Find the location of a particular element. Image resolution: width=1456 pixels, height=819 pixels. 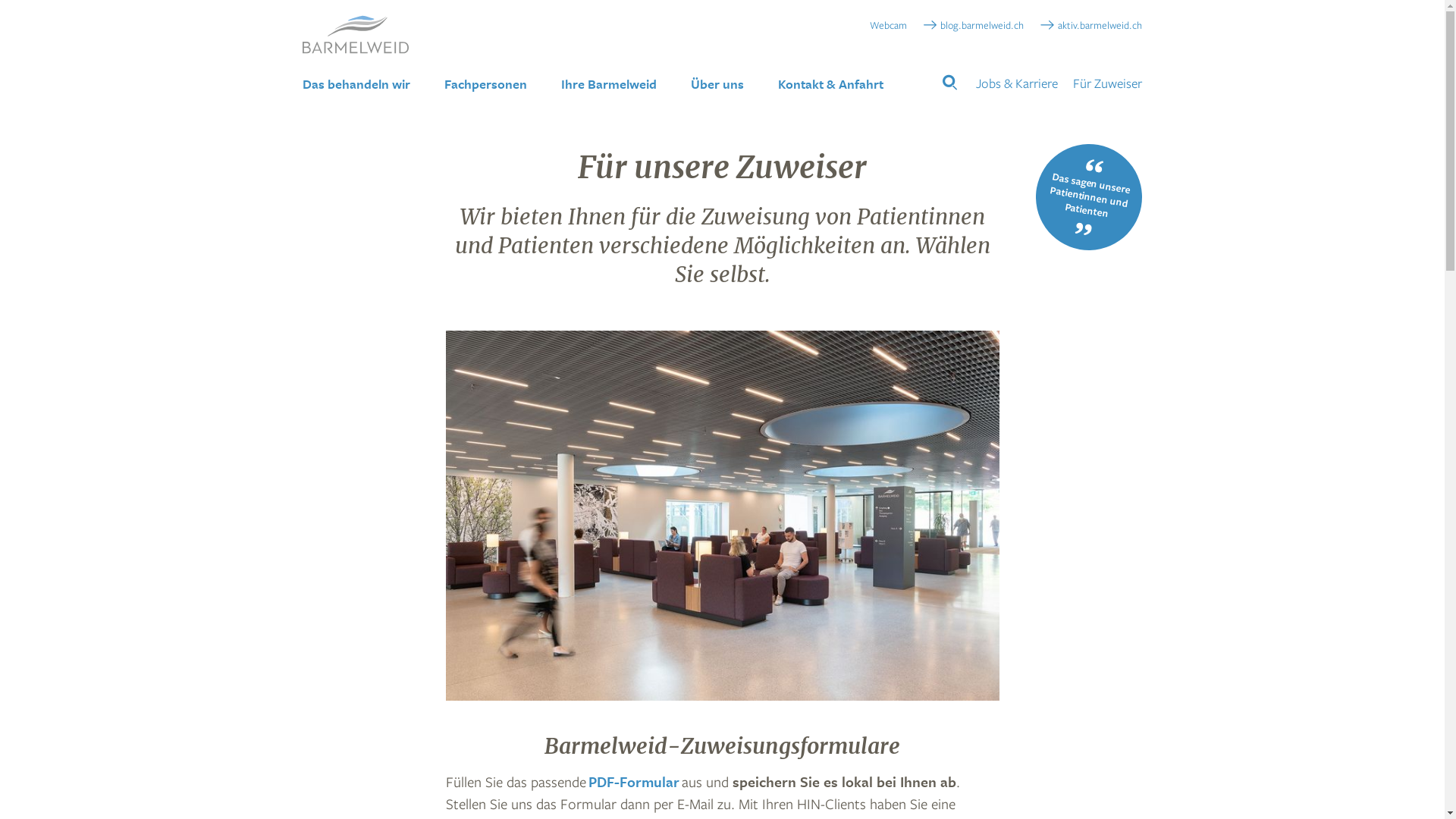

'PDF-Formular' is located at coordinates (633, 782).